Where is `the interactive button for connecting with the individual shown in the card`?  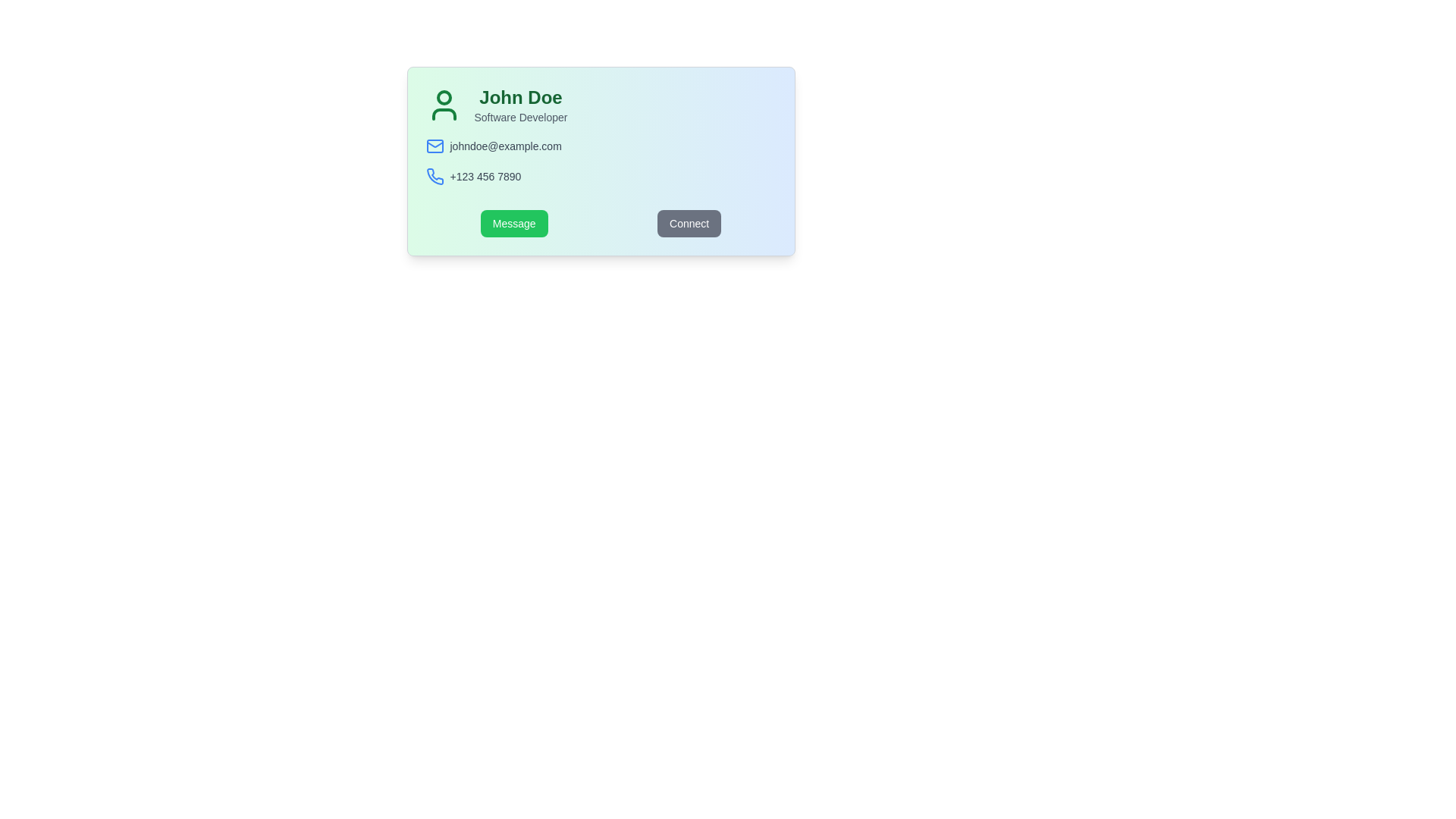
the interactive button for connecting with the individual shown in the card is located at coordinates (689, 223).